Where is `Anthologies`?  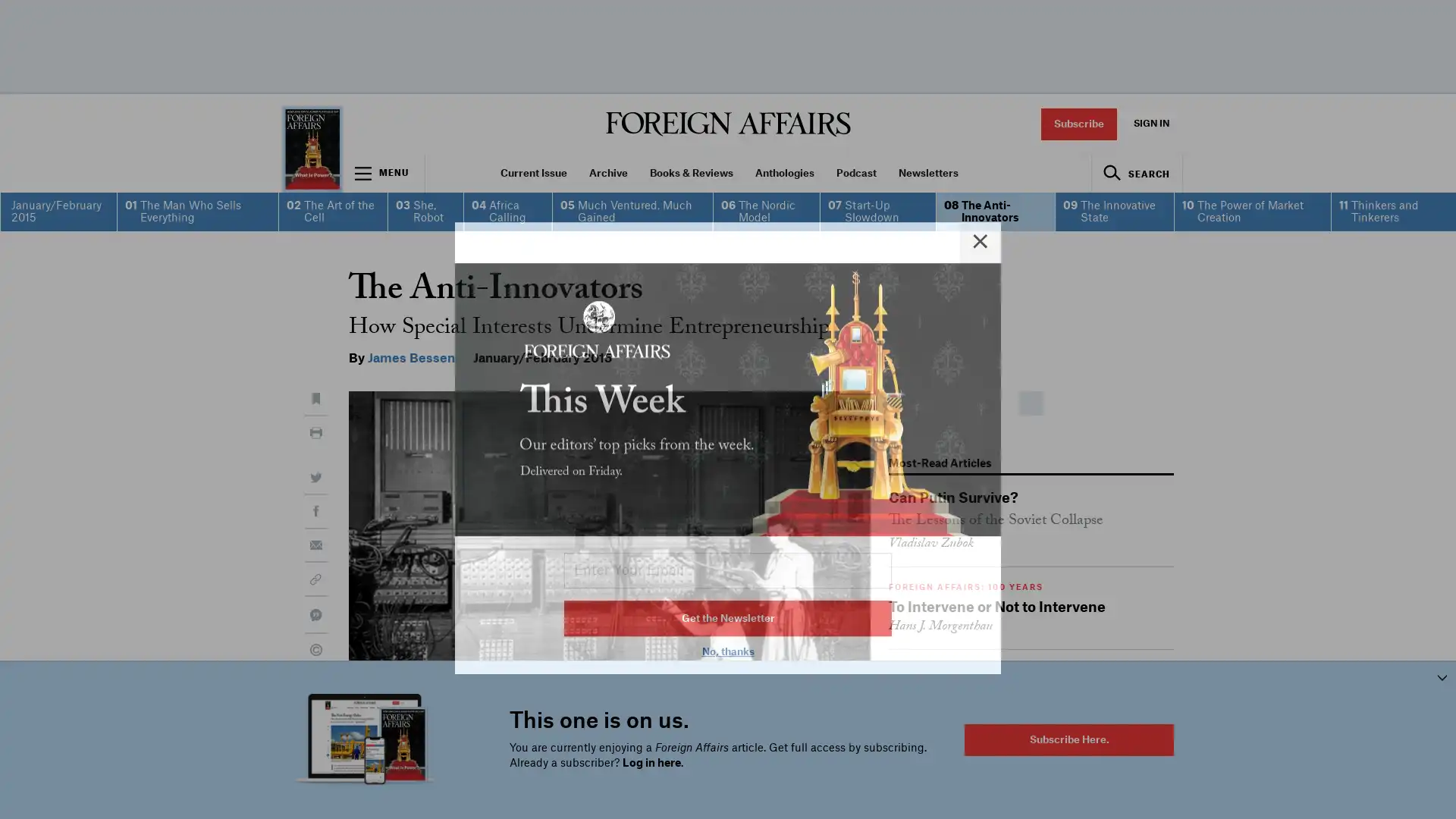
Anthologies is located at coordinates (784, 172).